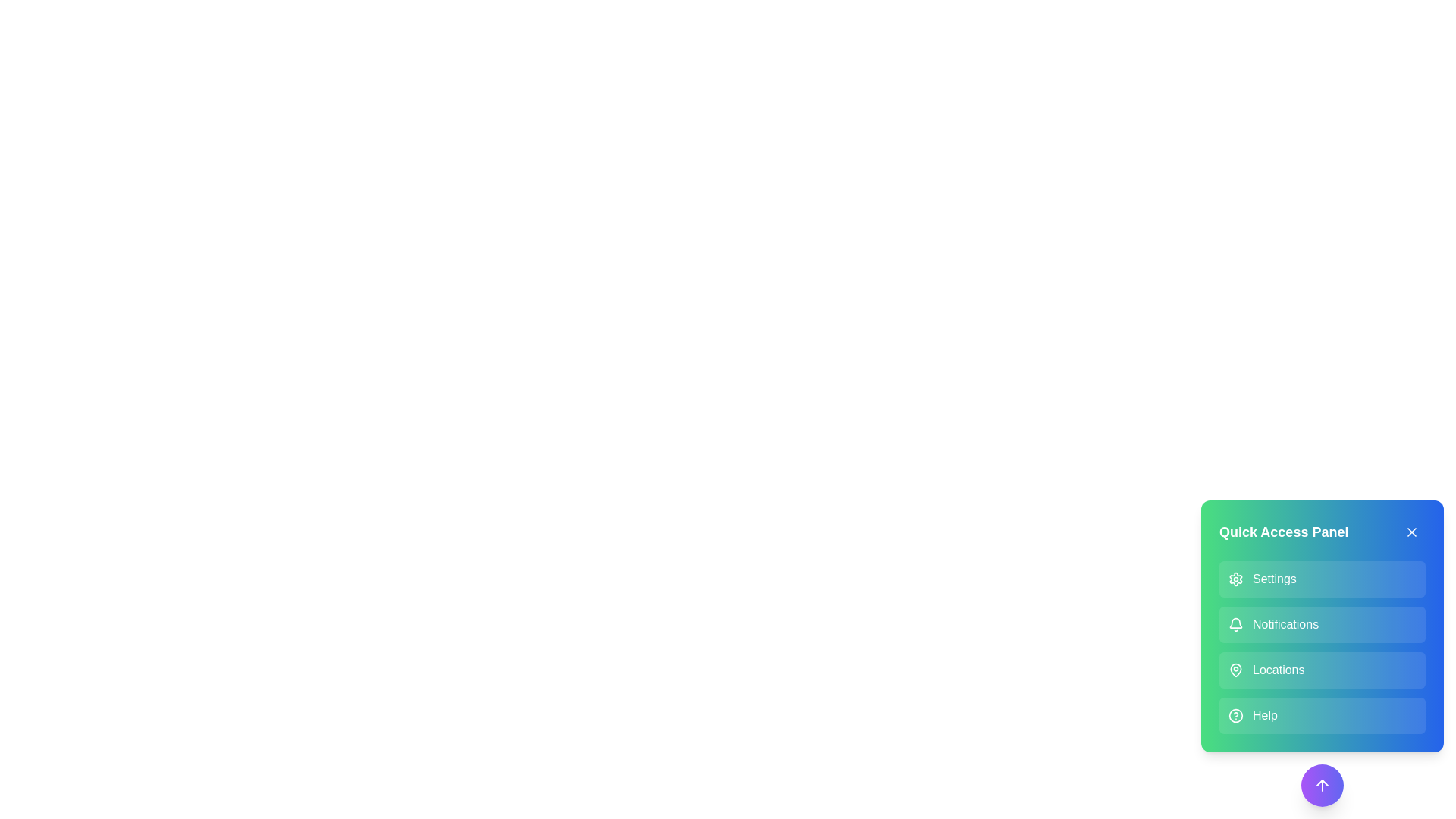 Image resolution: width=1456 pixels, height=819 pixels. What do you see at coordinates (1411, 532) in the screenshot?
I see `the close button located in the top-right corner of the 'Quick Access Panel'` at bounding box center [1411, 532].